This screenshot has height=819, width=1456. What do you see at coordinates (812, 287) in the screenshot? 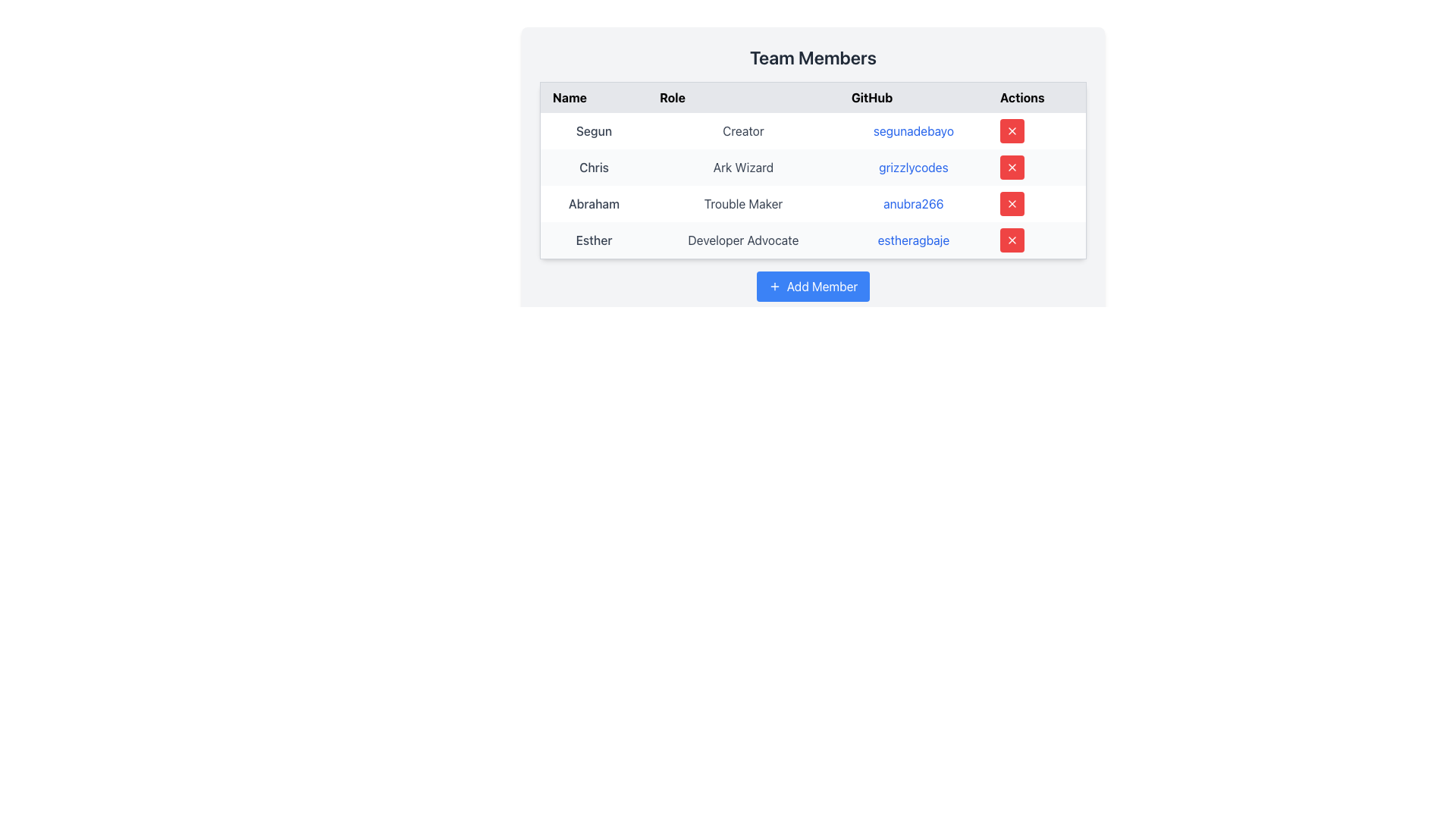
I see `the 'Add Member' button positioned below the 'Team Members' table` at bounding box center [812, 287].